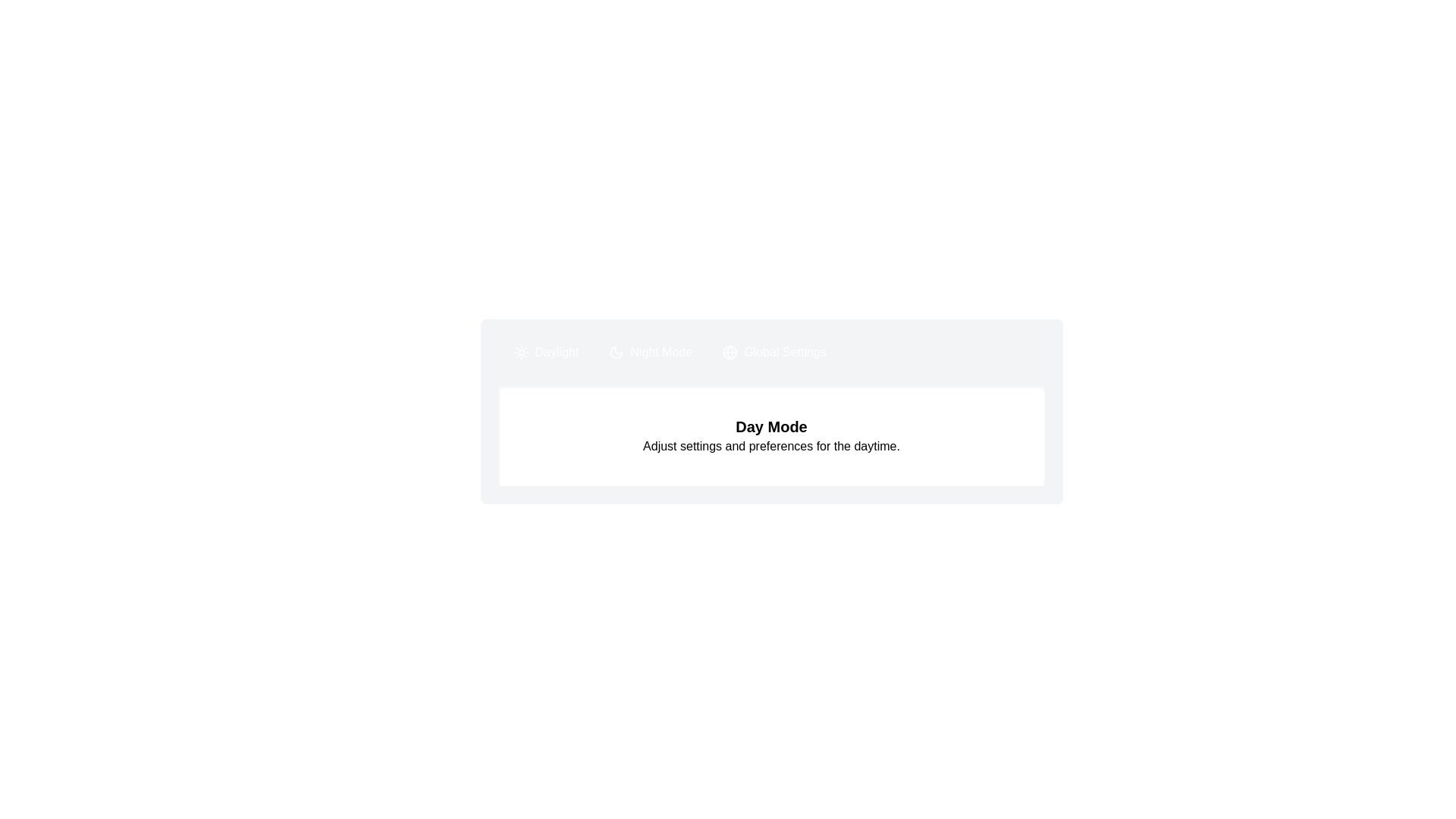 The width and height of the screenshot is (1456, 819). I want to click on the Global Settings tab by clicking on its button, so click(774, 353).